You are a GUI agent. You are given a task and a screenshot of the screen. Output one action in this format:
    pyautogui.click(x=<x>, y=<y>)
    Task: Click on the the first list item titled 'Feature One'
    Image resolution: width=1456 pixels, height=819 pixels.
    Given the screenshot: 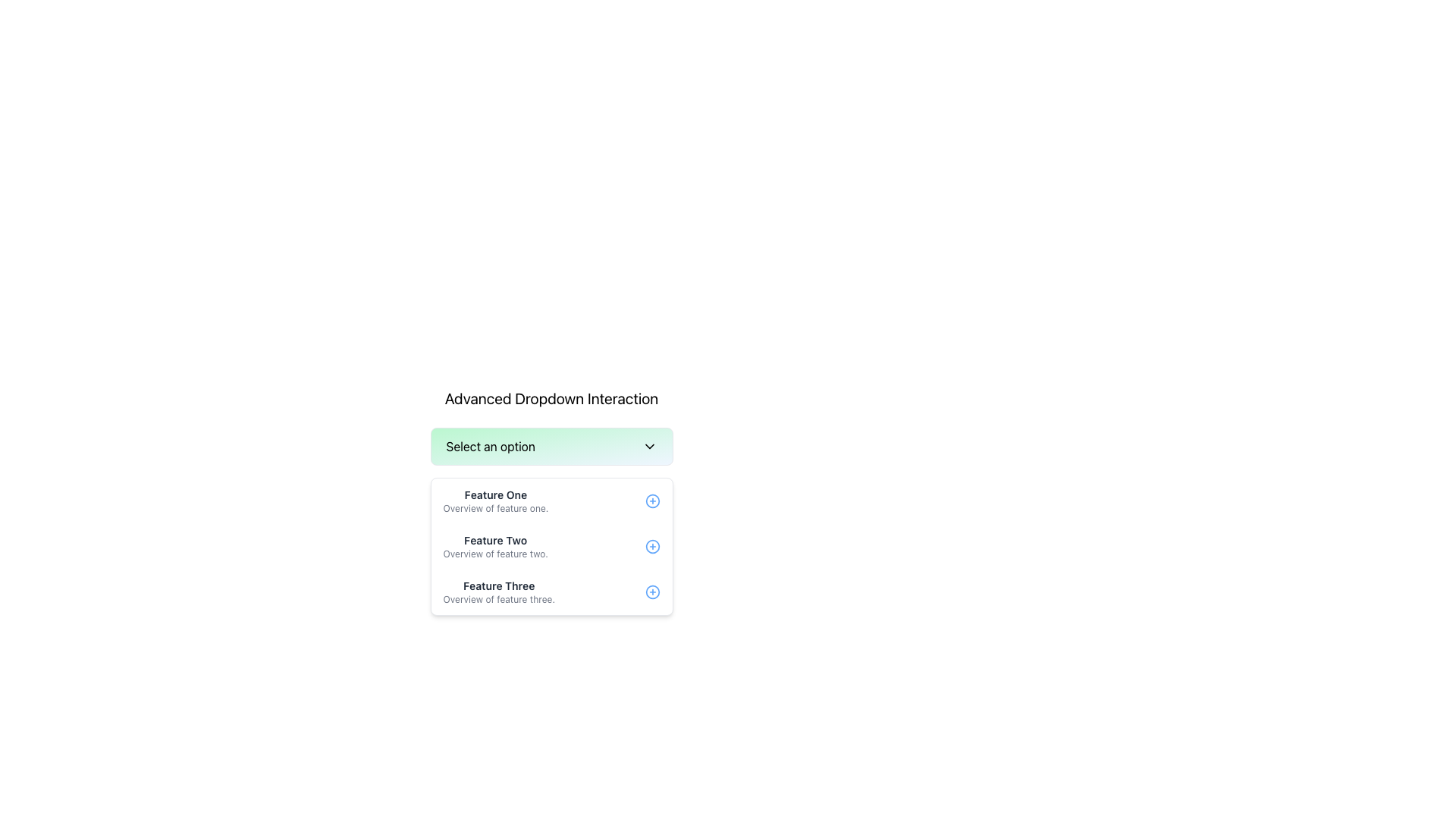 What is the action you would take?
    pyautogui.click(x=551, y=500)
    